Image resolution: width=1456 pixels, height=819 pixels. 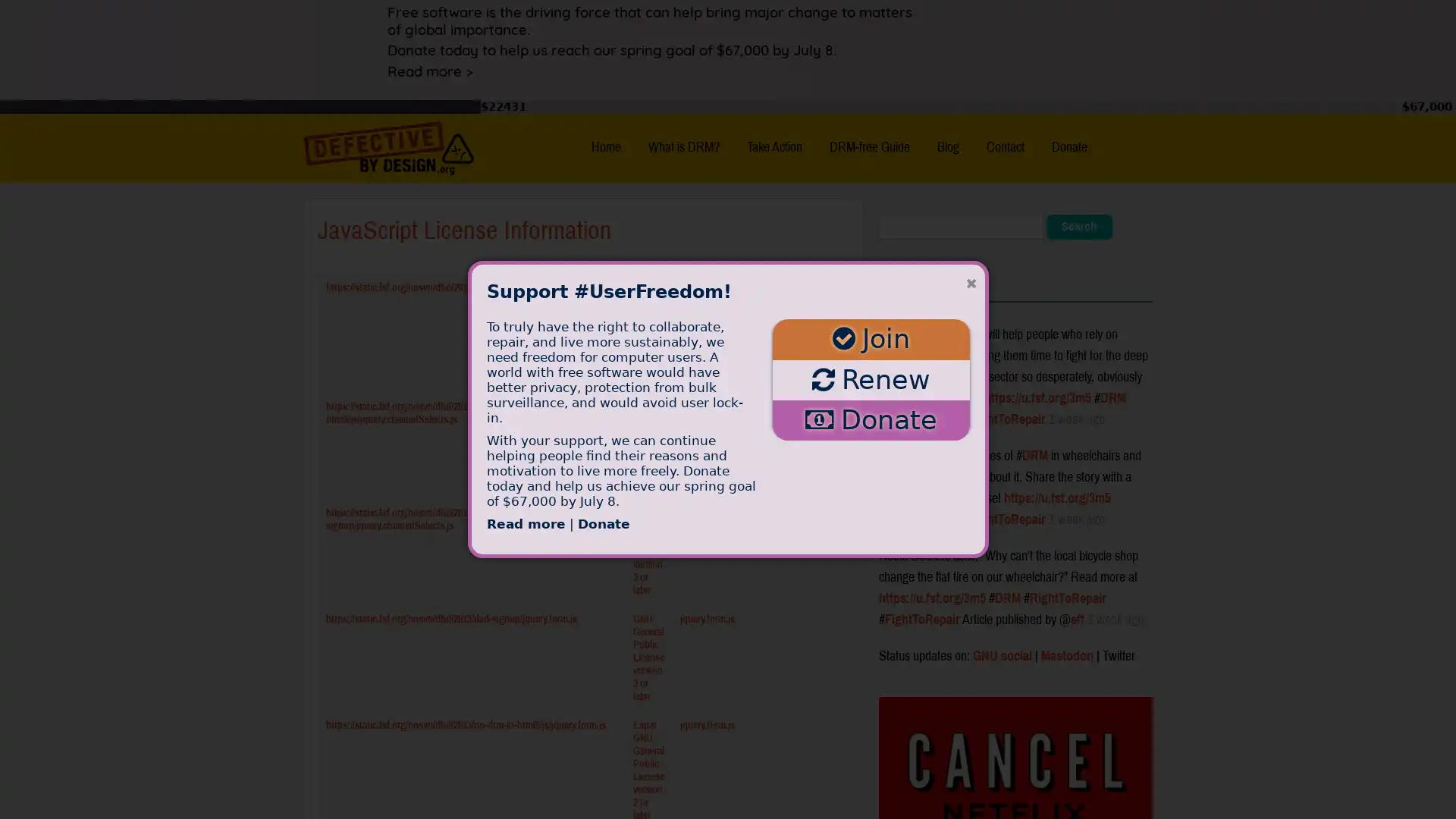 What do you see at coordinates (1078, 227) in the screenshot?
I see `Search` at bounding box center [1078, 227].